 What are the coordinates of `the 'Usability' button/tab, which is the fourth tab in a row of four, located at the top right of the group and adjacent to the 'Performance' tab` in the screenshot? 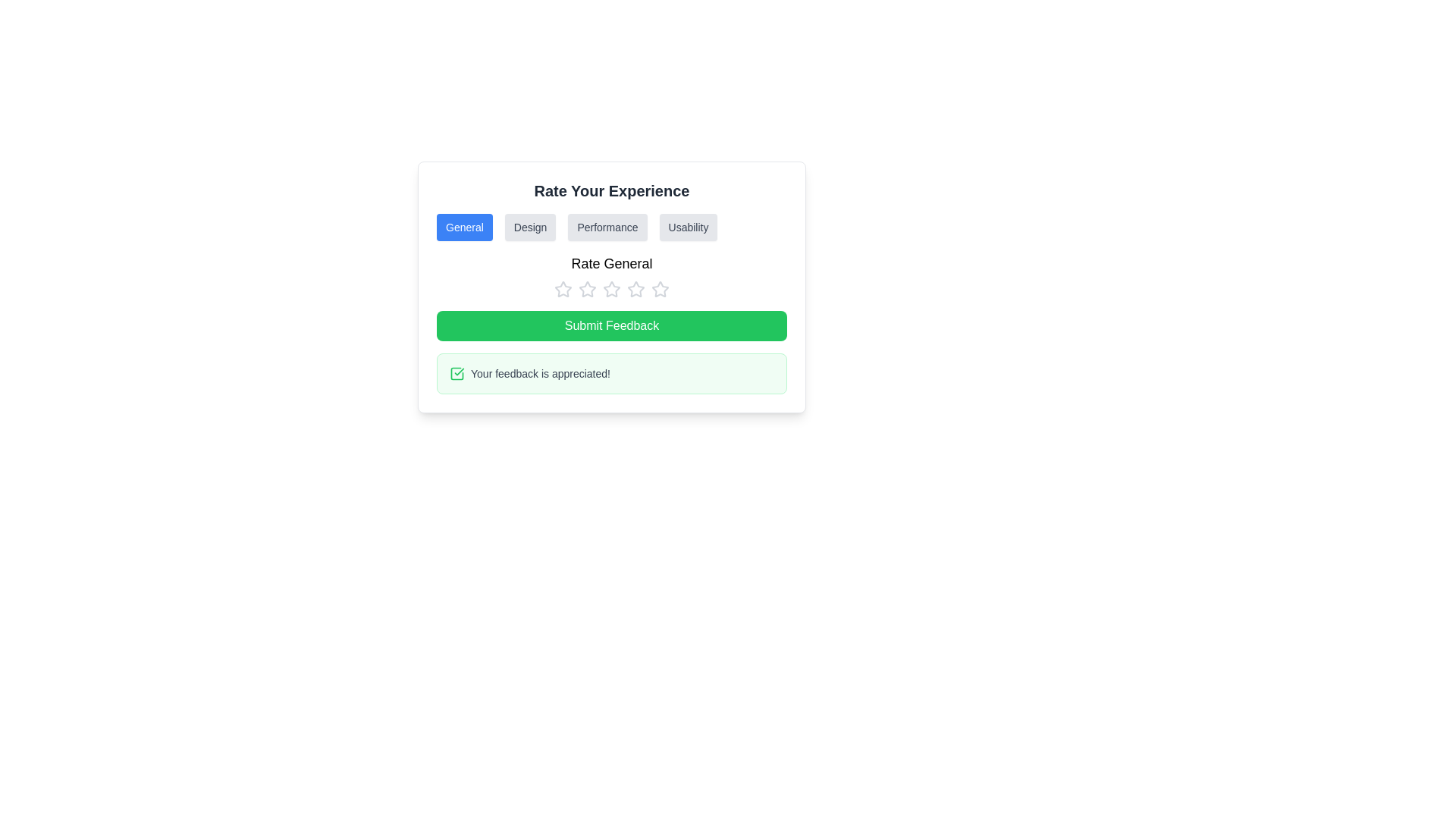 It's located at (687, 227).